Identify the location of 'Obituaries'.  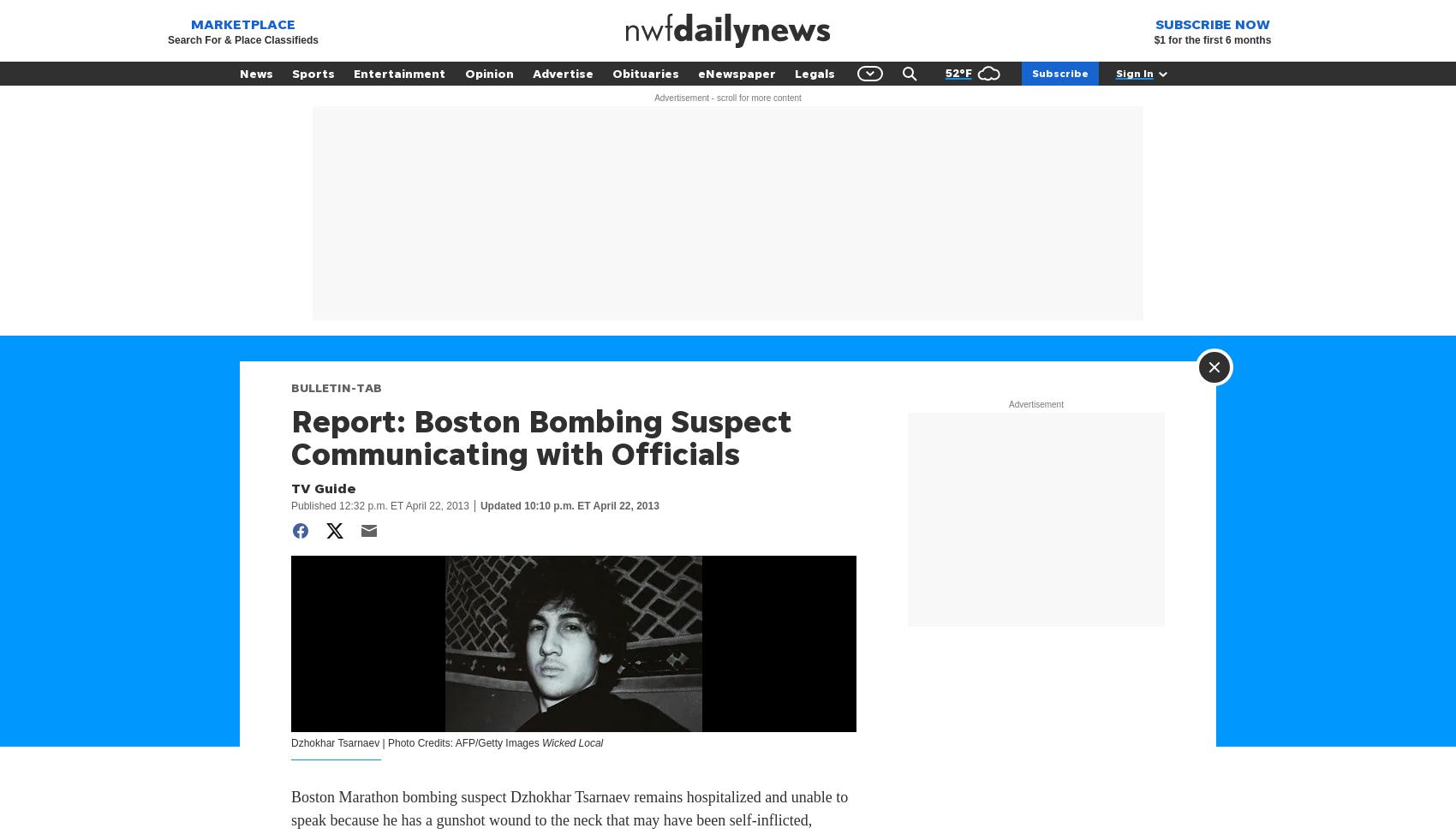
(612, 72).